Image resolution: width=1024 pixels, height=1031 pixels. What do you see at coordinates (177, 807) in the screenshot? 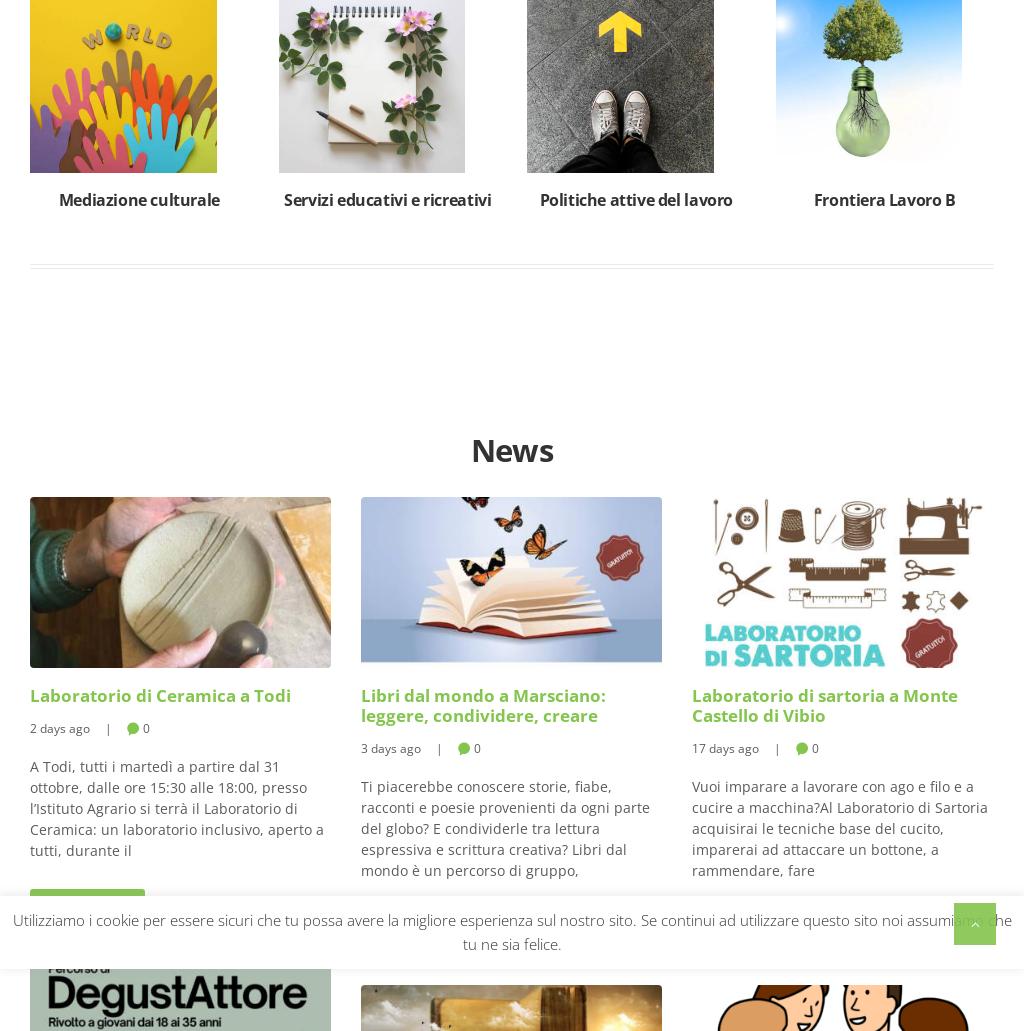
I see `'A Todi, tutti i martedì a partire dal 31 ottobre, dalle ore 15:30 alle 18:00, presso l’Istituto Agrario si terrà il Laboratorio di Ceramica: un laboratorio inclusivo, aperto a tutti, durante il'` at bounding box center [177, 807].